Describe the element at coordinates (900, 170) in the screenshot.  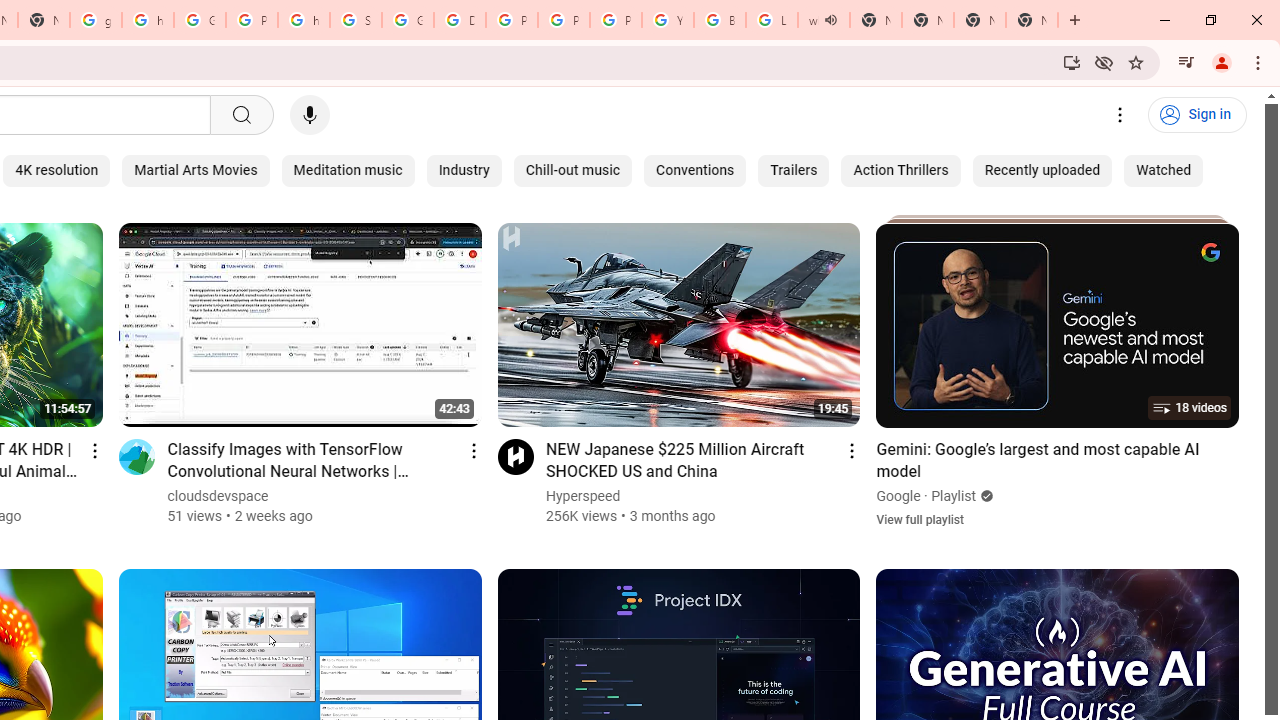
I see `'Action Thrillers'` at that location.